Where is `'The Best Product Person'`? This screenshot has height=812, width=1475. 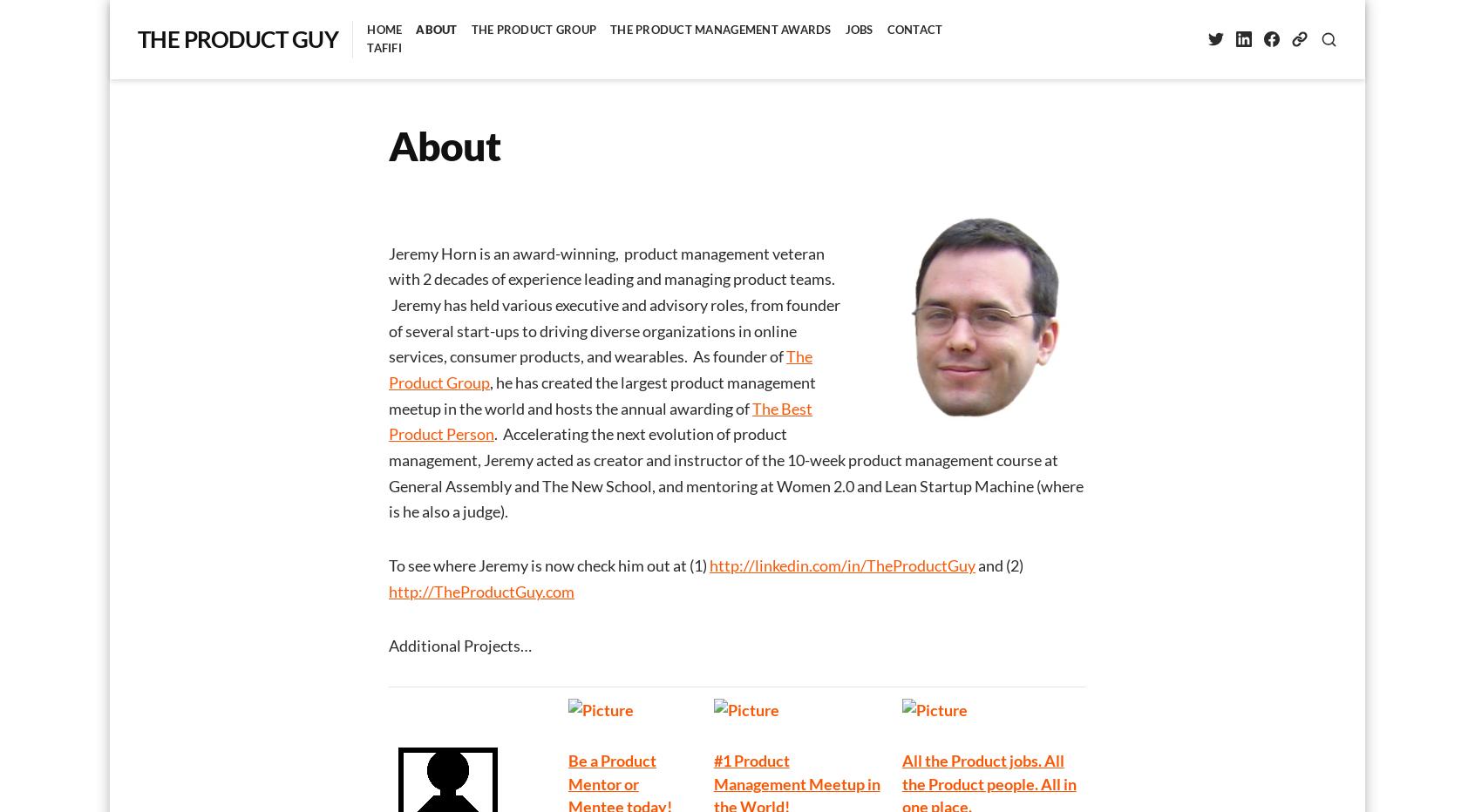
'The Best Product Person' is located at coordinates (600, 419).